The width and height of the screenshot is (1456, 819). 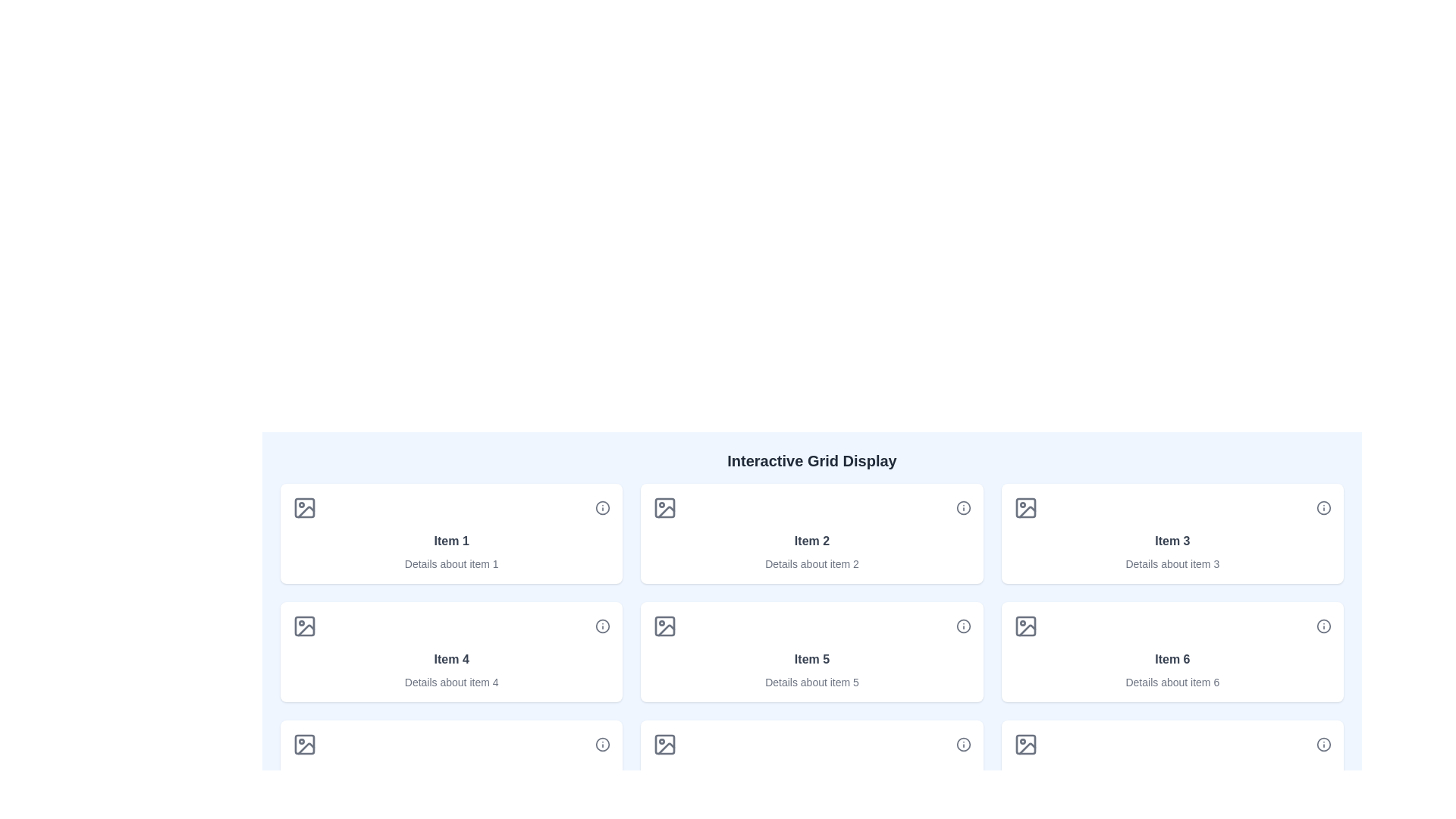 I want to click on the circular visual element within the SVG located in the top-right corner of the card representing 'Item 1', so click(x=602, y=508).